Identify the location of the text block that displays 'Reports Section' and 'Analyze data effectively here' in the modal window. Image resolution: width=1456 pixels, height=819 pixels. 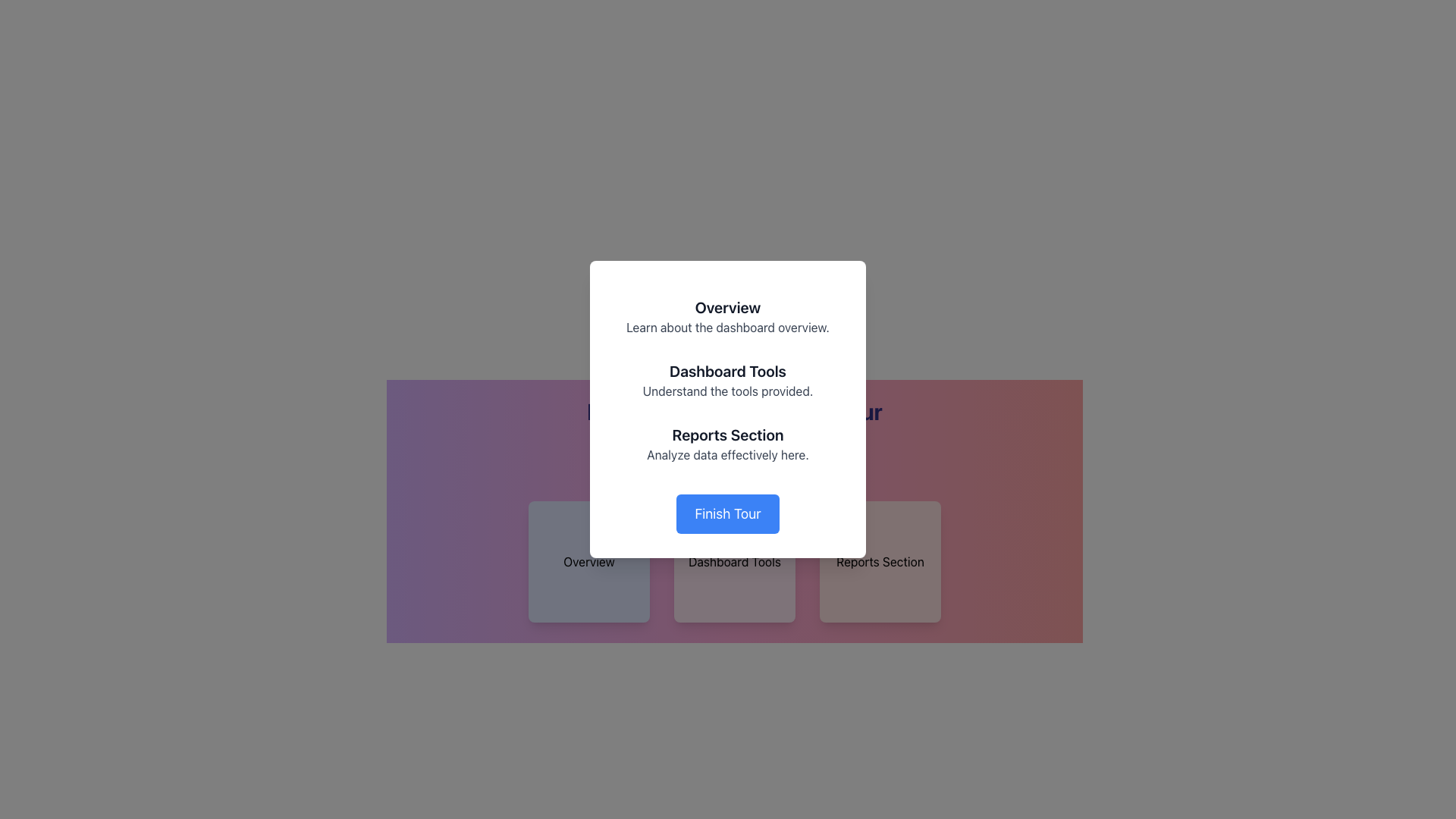
(735, 422).